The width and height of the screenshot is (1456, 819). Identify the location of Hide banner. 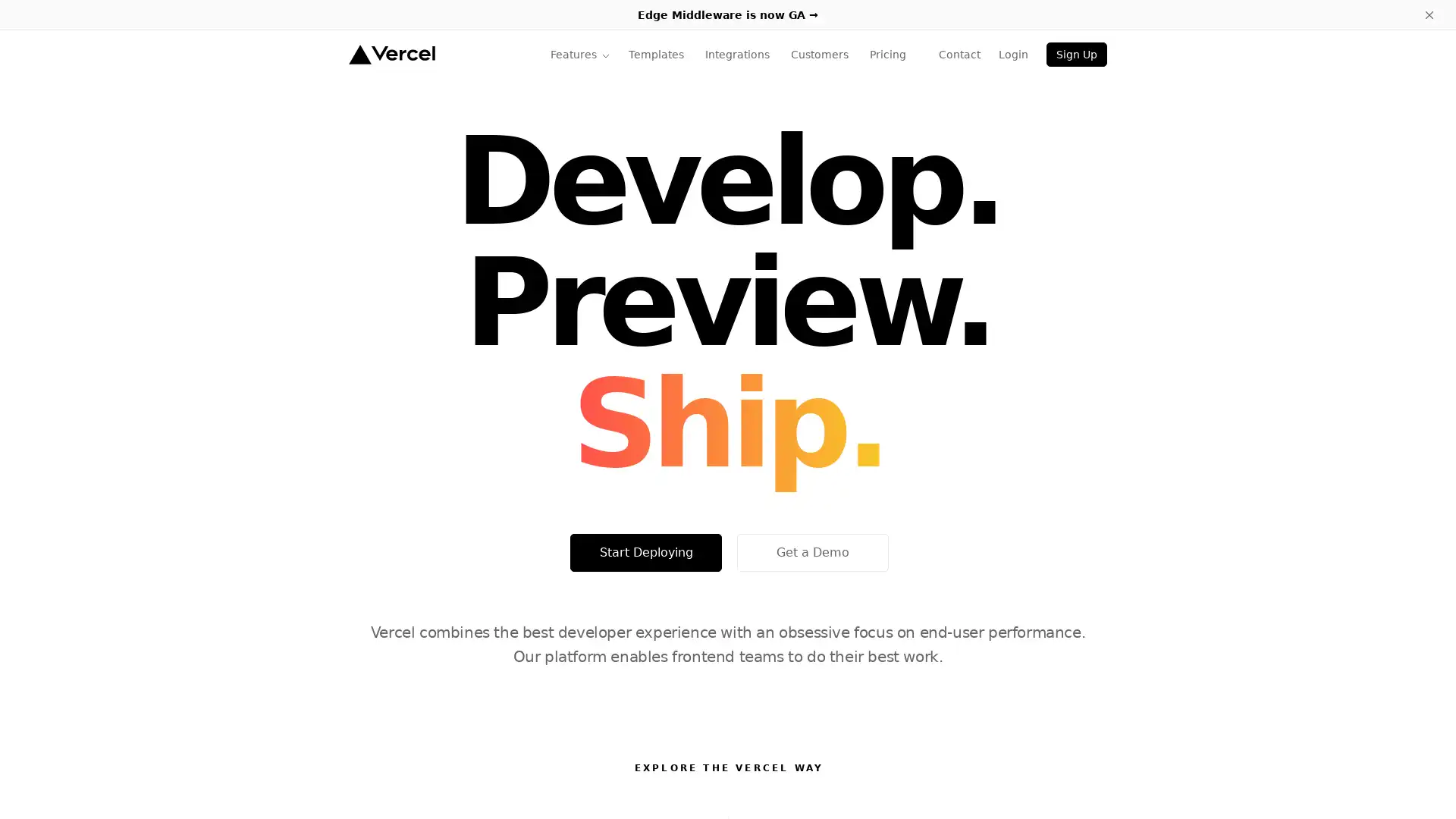
(1429, 14).